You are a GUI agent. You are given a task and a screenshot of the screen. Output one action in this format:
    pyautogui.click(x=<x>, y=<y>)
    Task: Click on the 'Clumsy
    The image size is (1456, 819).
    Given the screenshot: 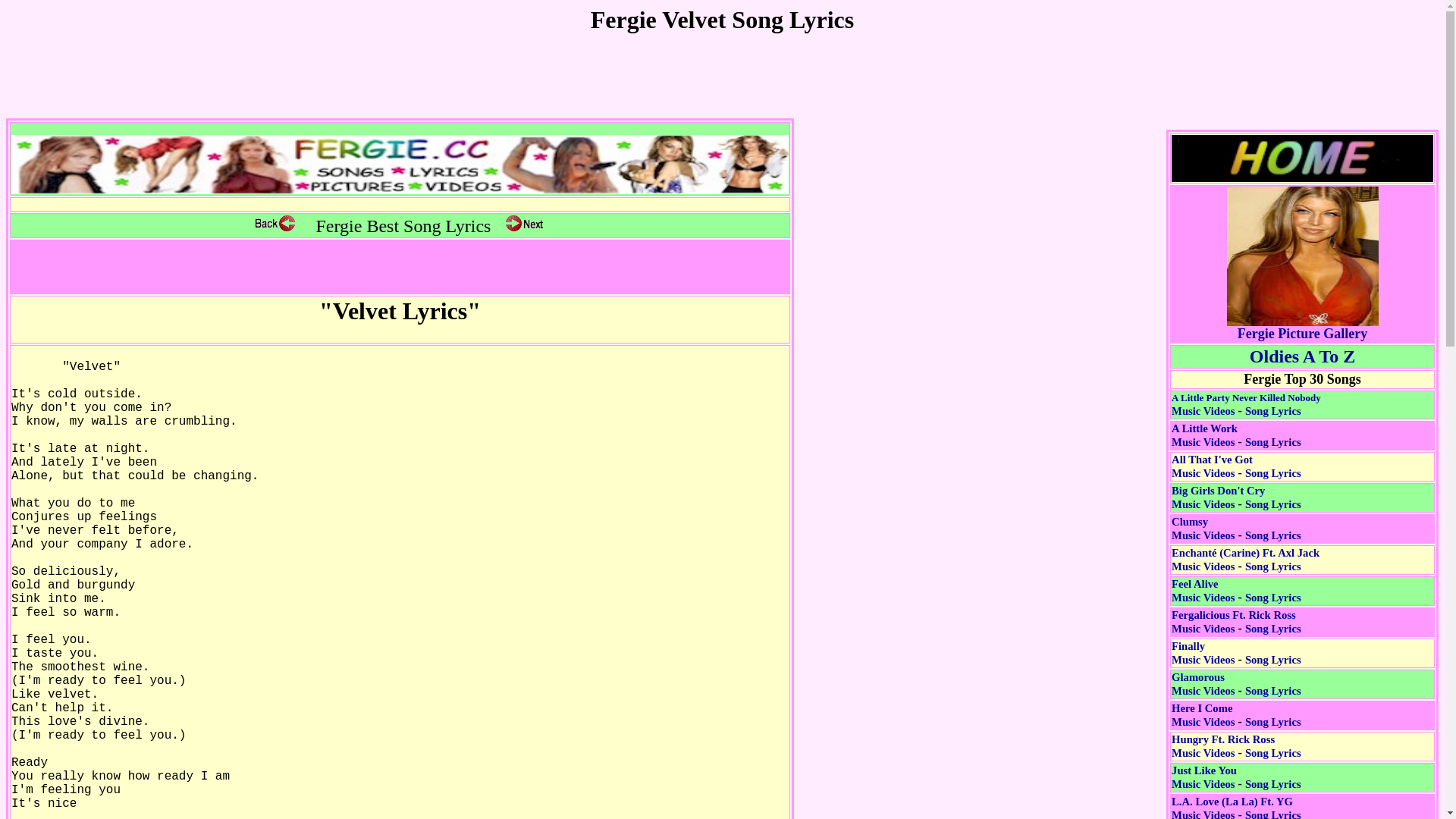 What is the action you would take?
    pyautogui.click(x=1202, y=528)
    